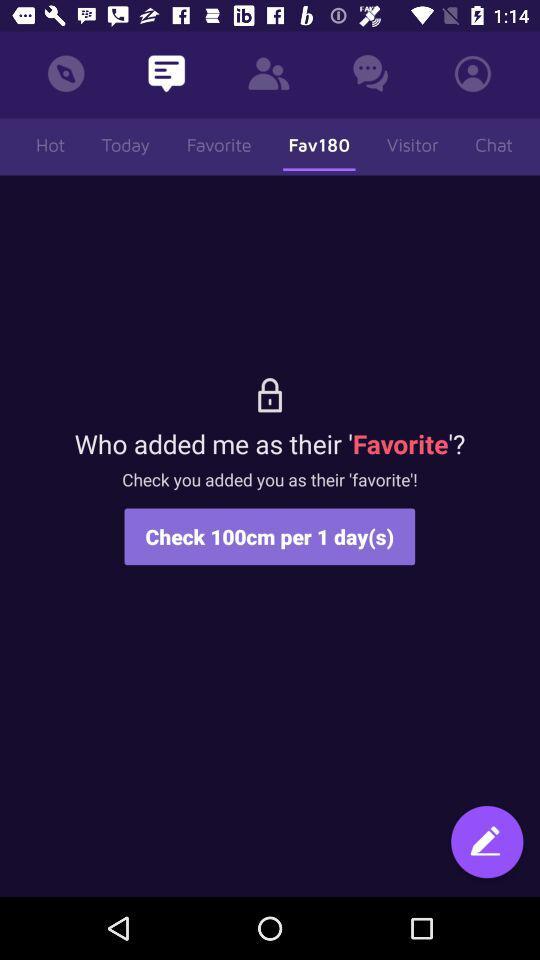 The image size is (540, 960). What do you see at coordinates (486, 843) in the screenshot?
I see `new text` at bounding box center [486, 843].